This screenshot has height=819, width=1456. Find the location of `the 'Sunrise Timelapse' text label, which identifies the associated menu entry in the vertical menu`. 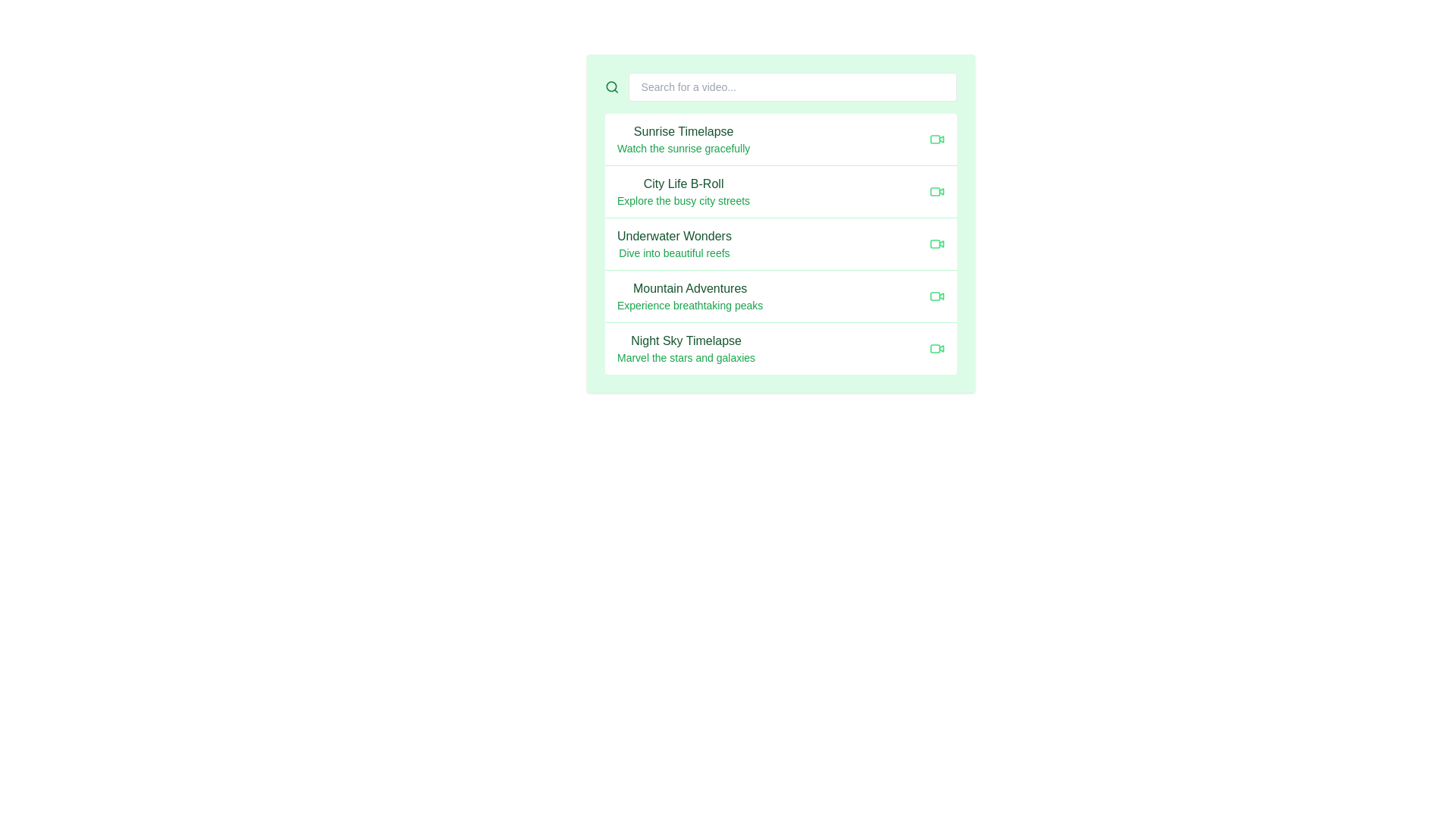

the 'Sunrise Timelapse' text label, which identifies the associated menu entry in the vertical menu is located at coordinates (682, 130).